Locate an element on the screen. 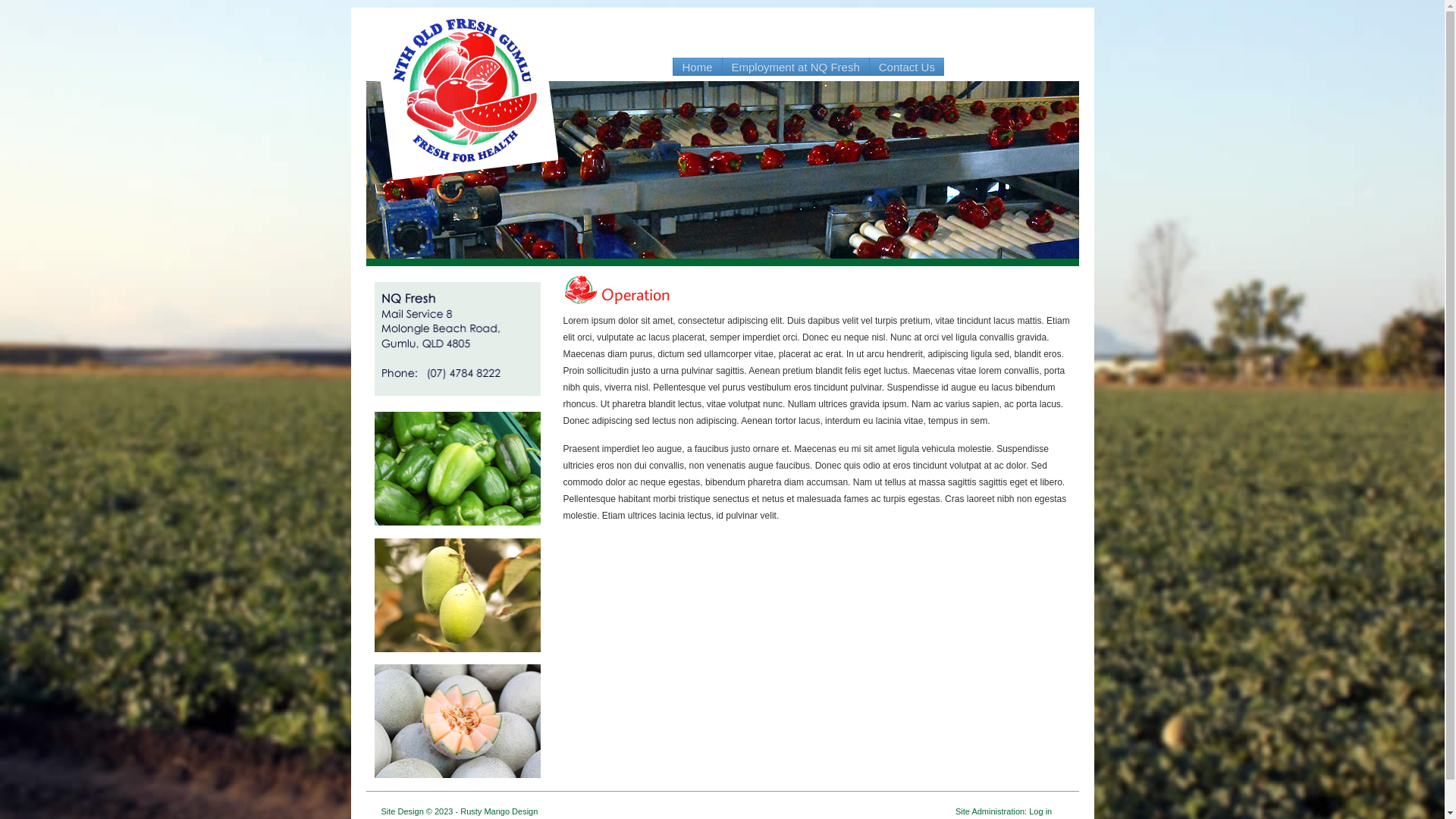  'Log in' is located at coordinates (1040, 810).